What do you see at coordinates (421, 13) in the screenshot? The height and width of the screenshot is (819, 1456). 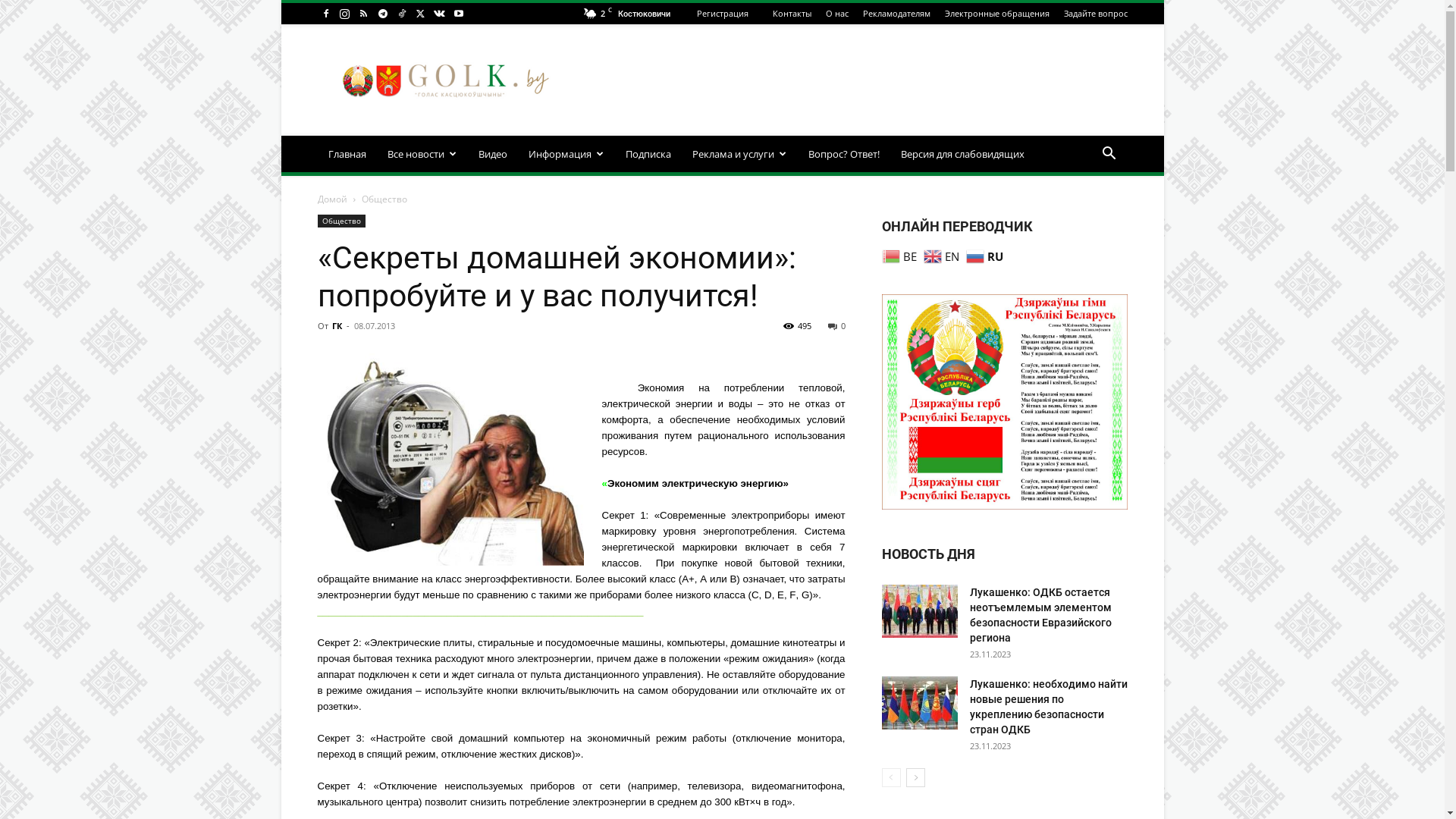 I see `'Twitter'` at bounding box center [421, 13].